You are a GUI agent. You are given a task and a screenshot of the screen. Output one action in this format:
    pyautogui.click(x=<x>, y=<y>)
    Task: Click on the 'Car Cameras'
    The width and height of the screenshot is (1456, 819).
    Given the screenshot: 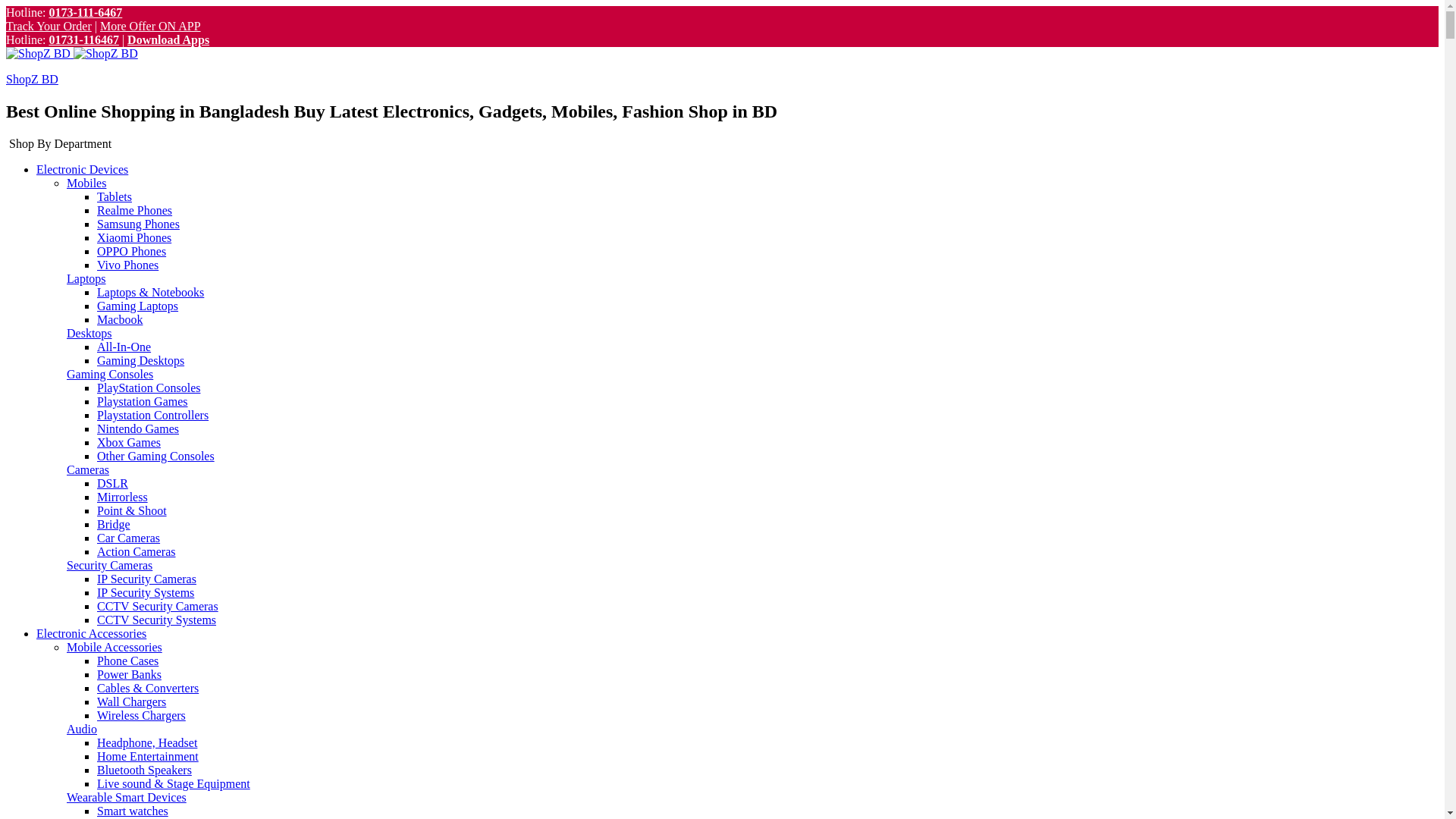 What is the action you would take?
    pyautogui.click(x=128, y=537)
    